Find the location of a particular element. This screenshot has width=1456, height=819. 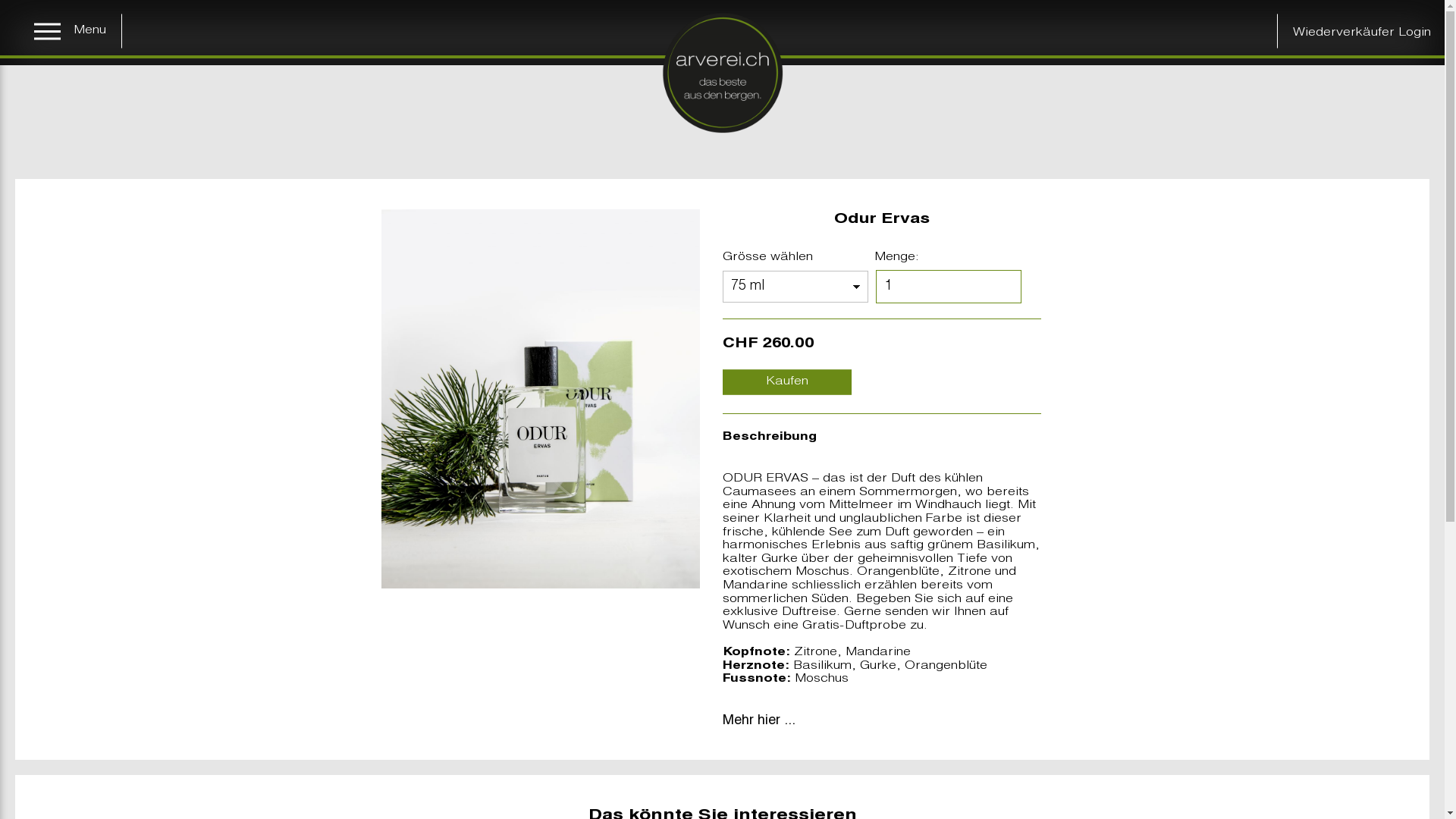

'Mehr hier ...' is located at coordinates (758, 720).